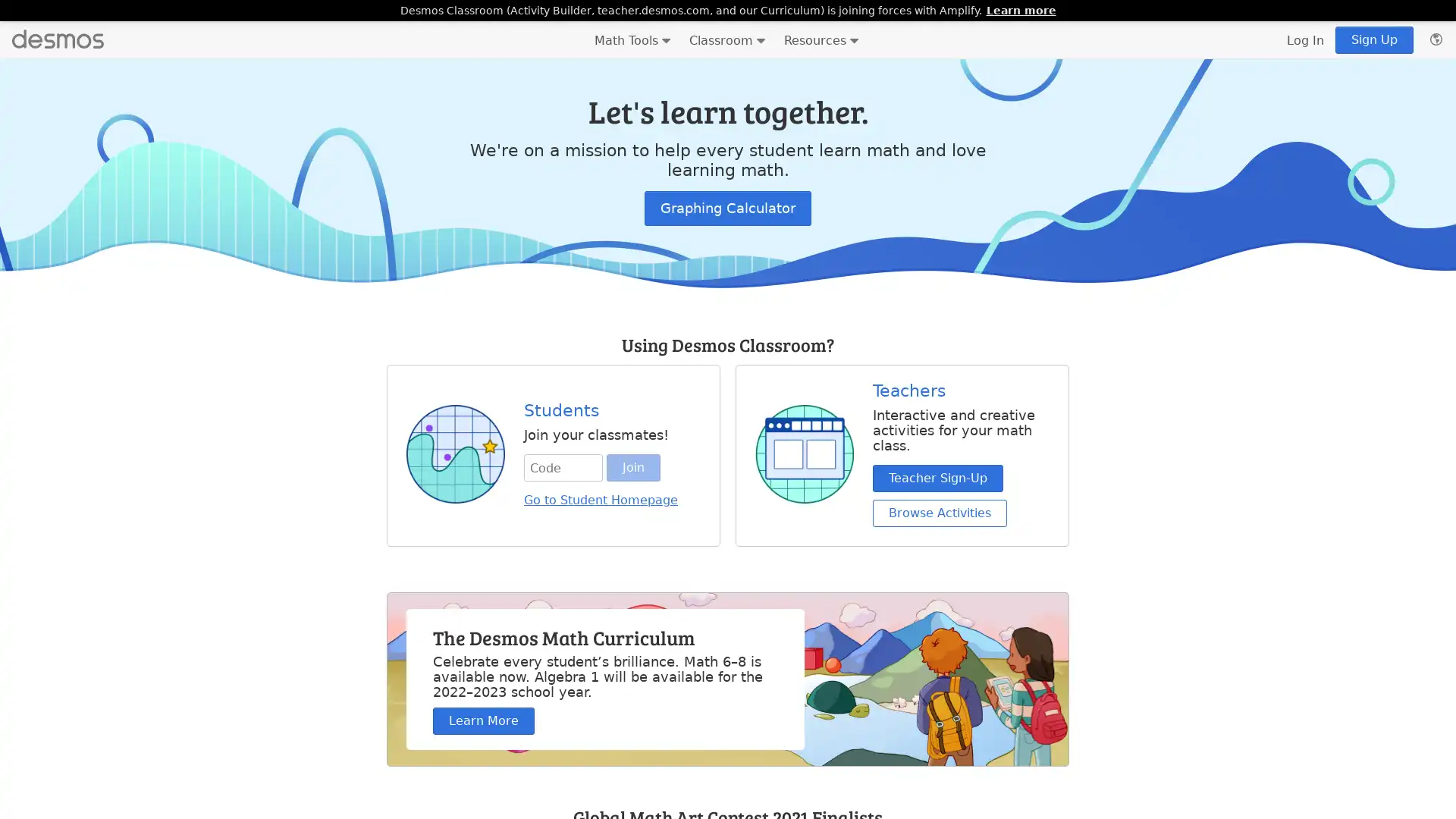 The height and width of the screenshot is (819, 1456). I want to click on Join, so click(633, 467).